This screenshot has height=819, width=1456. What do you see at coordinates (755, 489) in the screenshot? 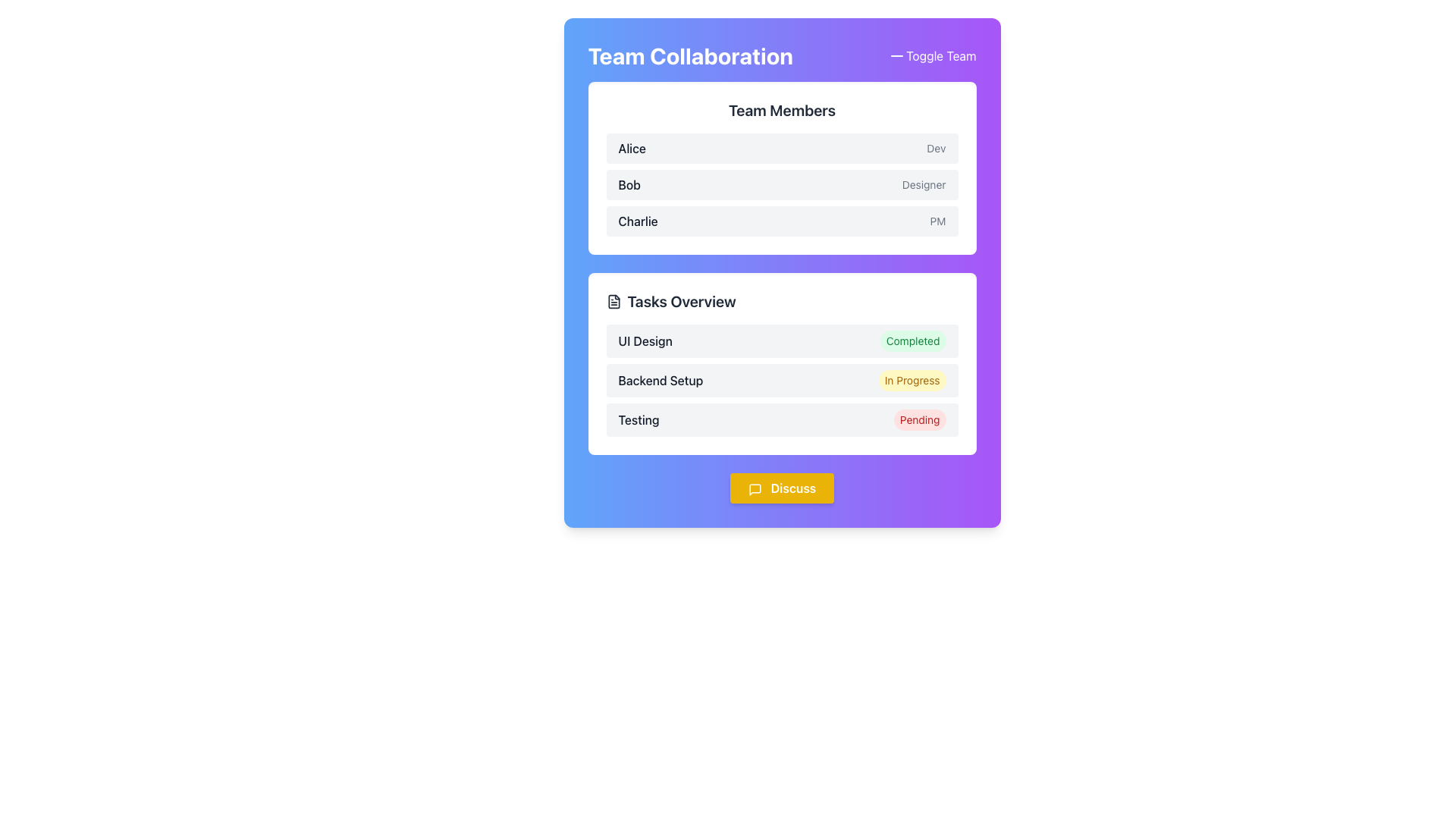
I see `the communication-related icon within the 'Discuss' button, which is styled with rounded edges and white text, located beneath the 'Tasks Overview' section` at bounding box center [755, 489].